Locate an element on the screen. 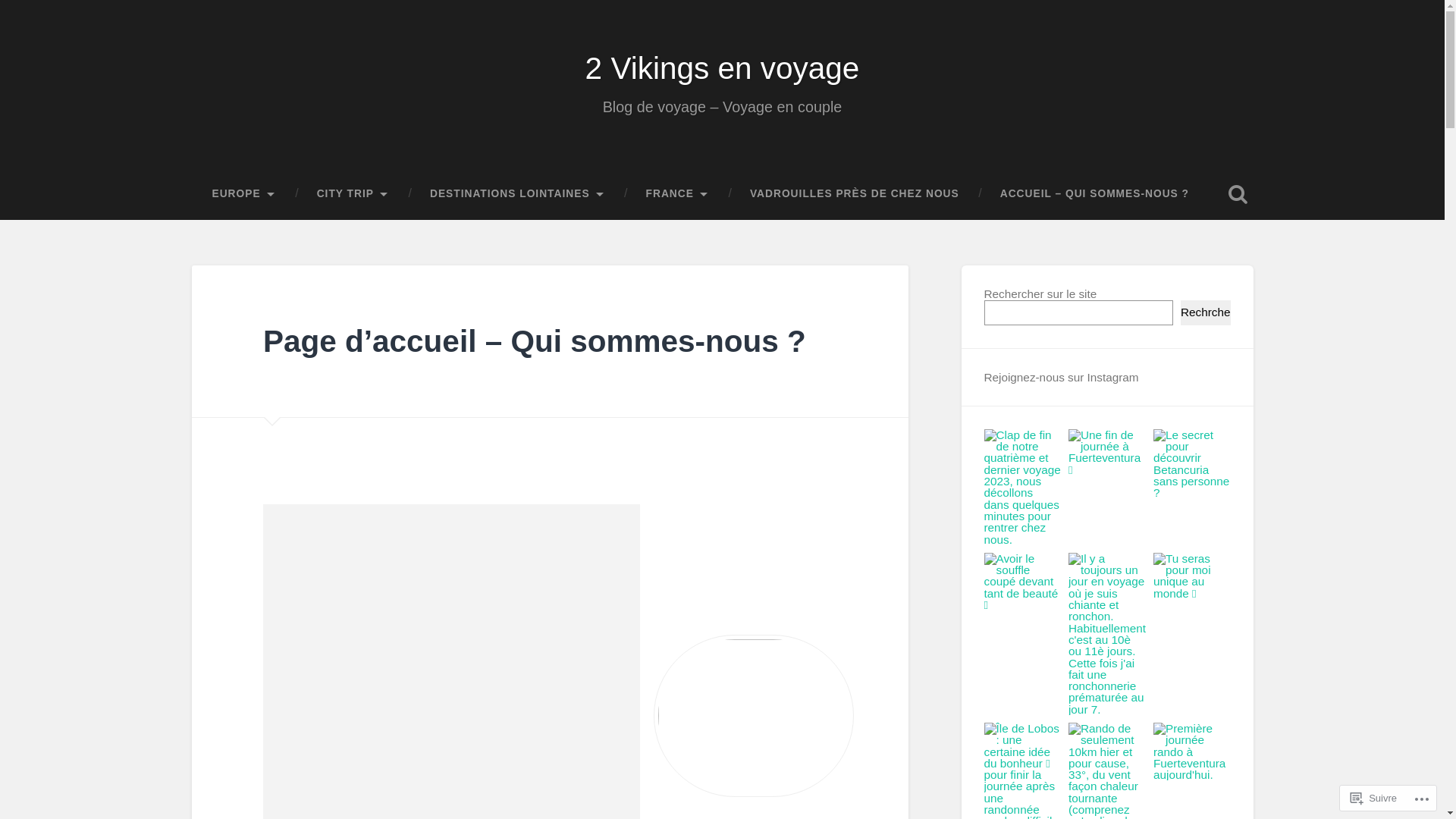 Image resolution: width=1456 pixels, height=819 pixels. 'Suivre' is located at coordinates (1344, 797).